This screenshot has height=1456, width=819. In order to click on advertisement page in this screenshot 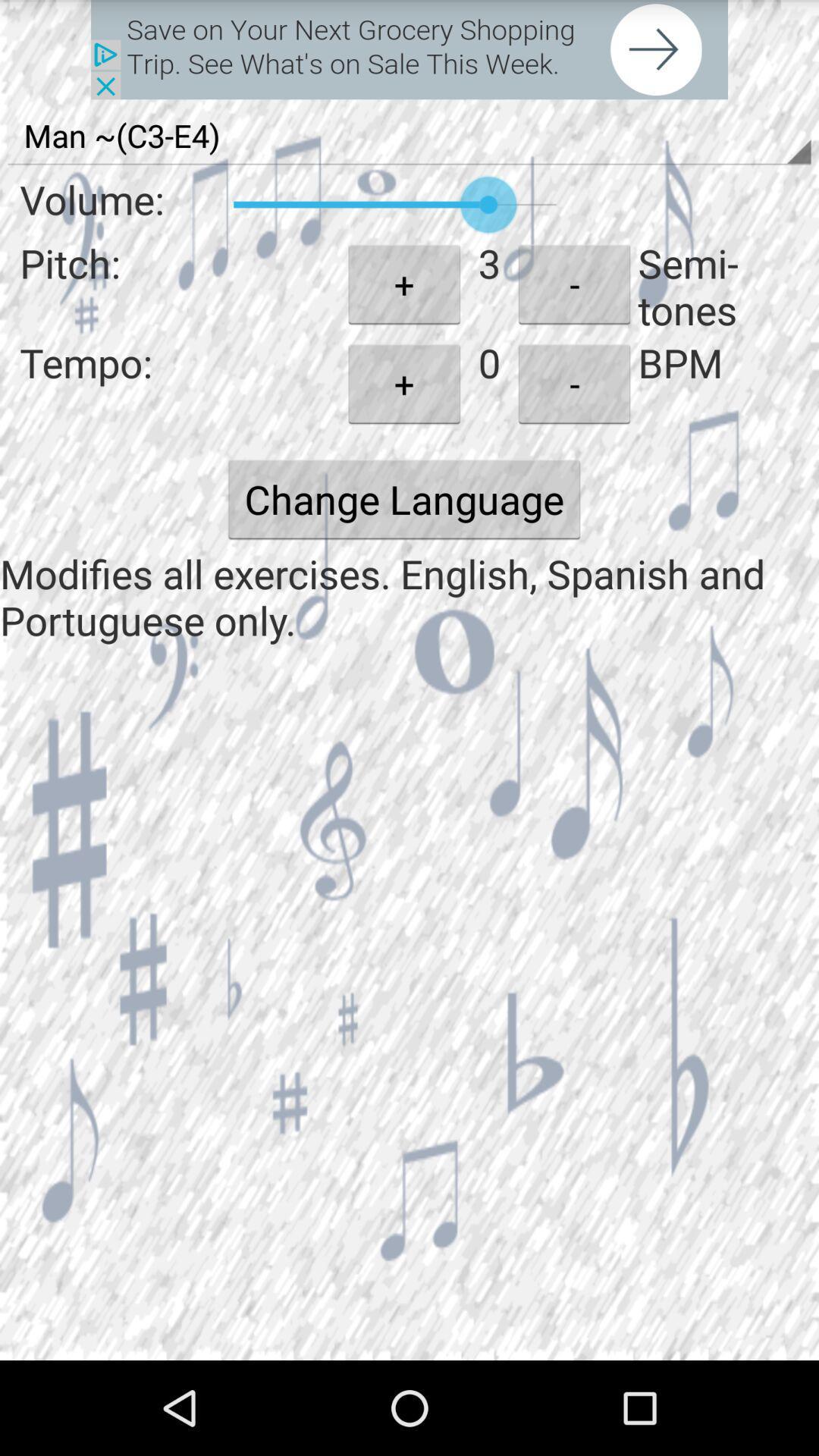, I will do `click(409, 49)`.